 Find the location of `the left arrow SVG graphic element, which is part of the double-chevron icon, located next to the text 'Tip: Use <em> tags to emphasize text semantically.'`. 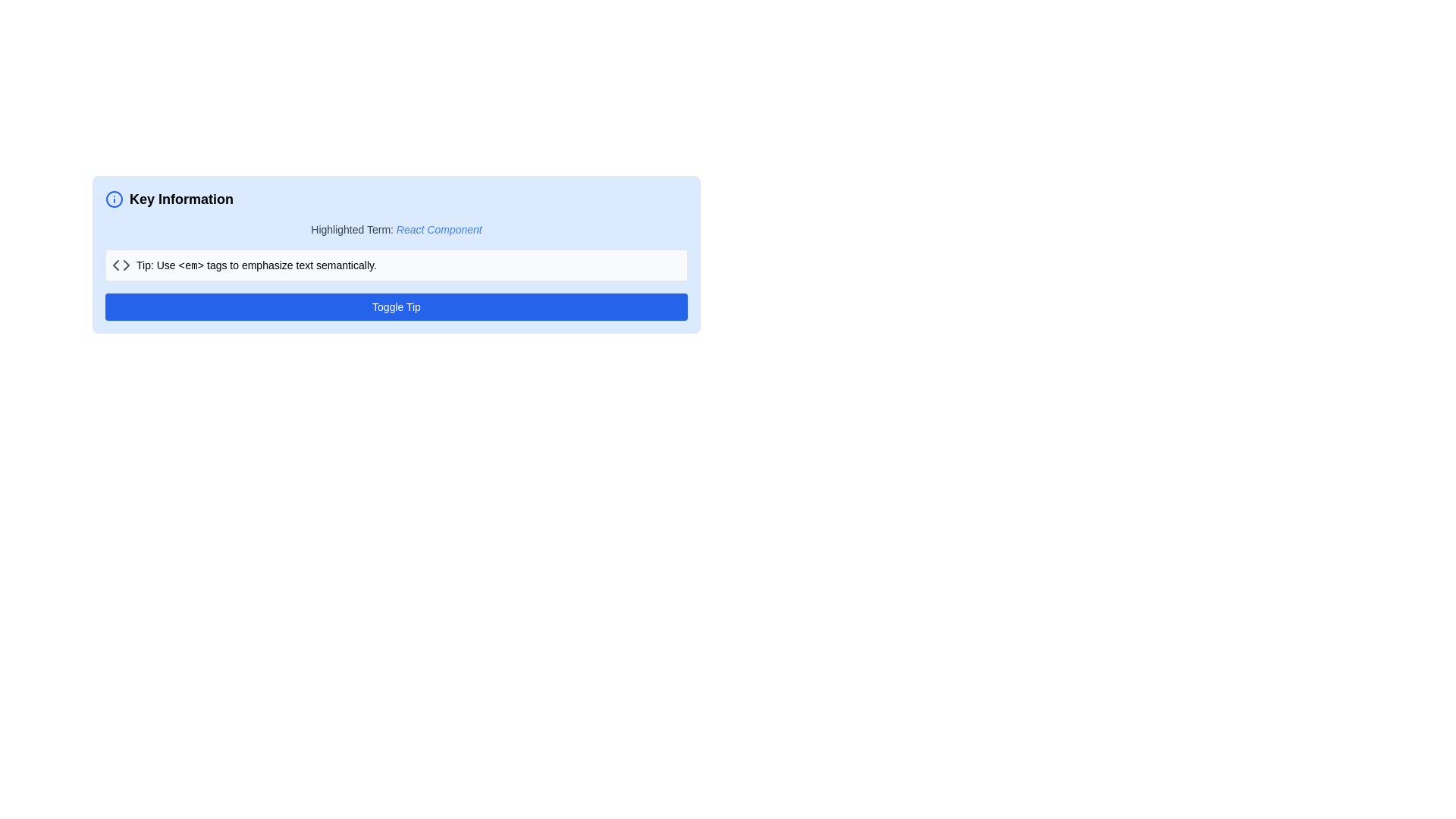

the left arrow SVG graphic element, which is part of the double-chevron icon, located next to the text 'Tip: Use <em> tags to emphasize text semantically.' is located at coordinates (115, 265).